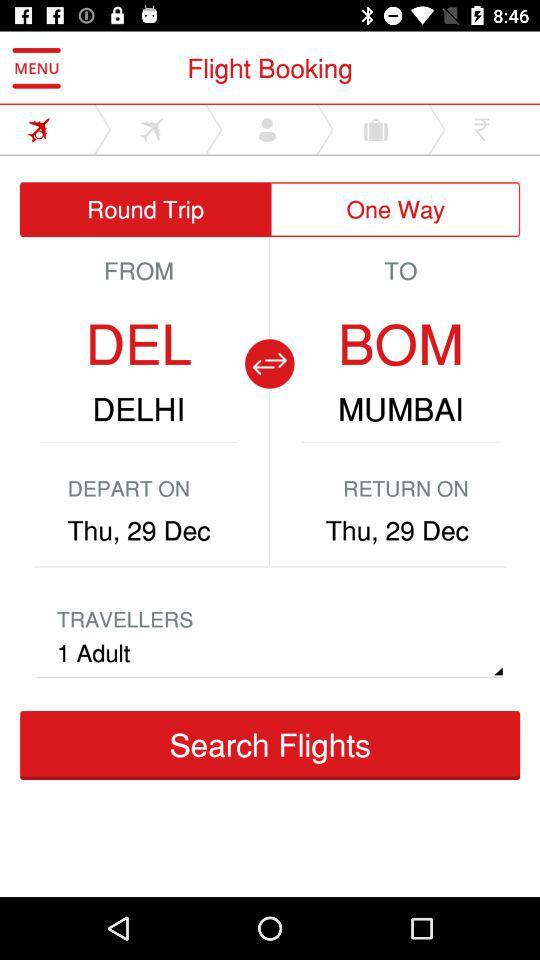 This screenshot has width=540, height=960. Describe the element at coordinates (400, 344) in the screenshot. I see `the bom icon` at that location.